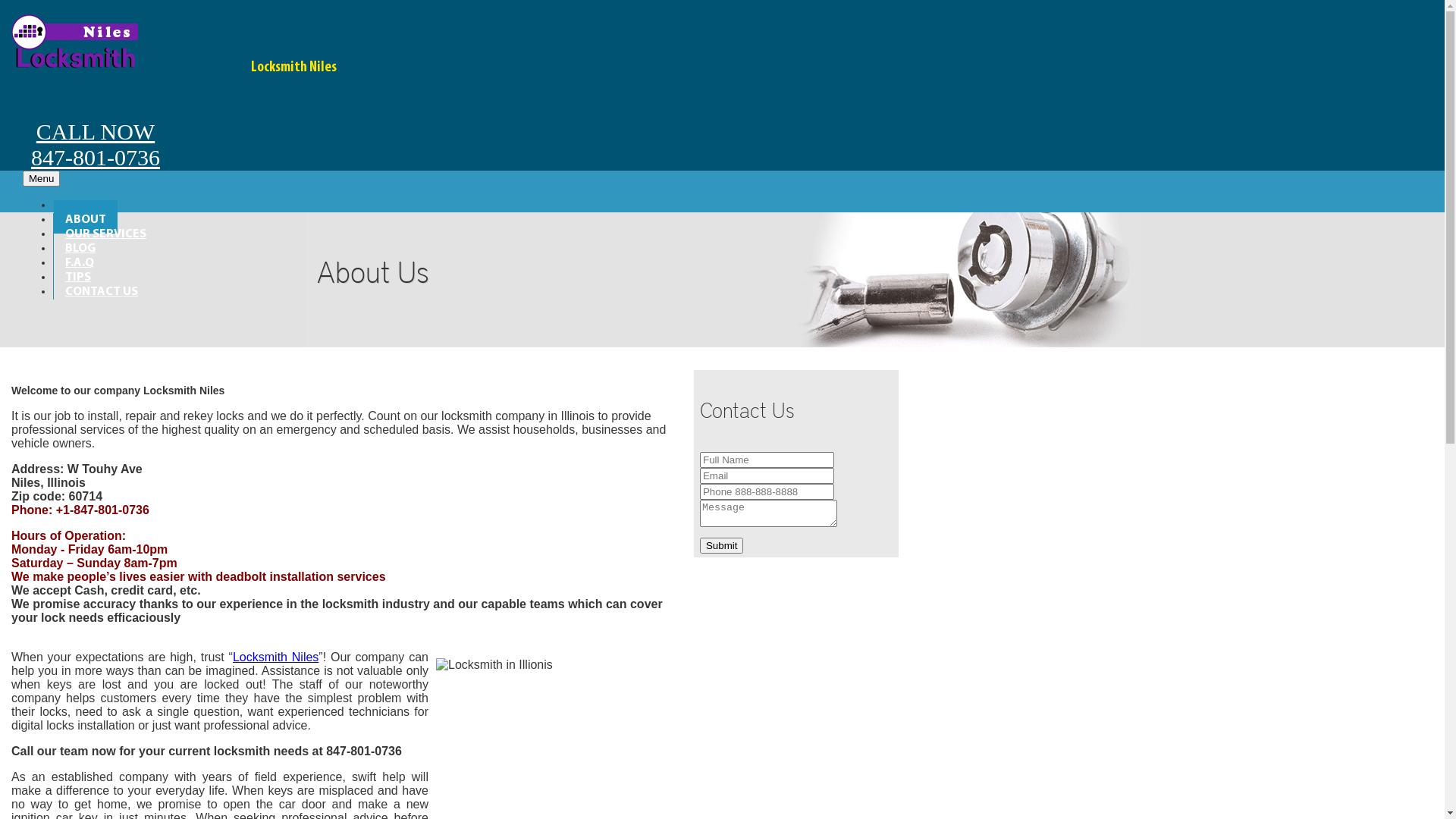 The width and height of the screenshot is (1456, 819). Describe the element at coordinates (275, 656) in the screenshot. I see `'Locksmith Niles'` at that location.